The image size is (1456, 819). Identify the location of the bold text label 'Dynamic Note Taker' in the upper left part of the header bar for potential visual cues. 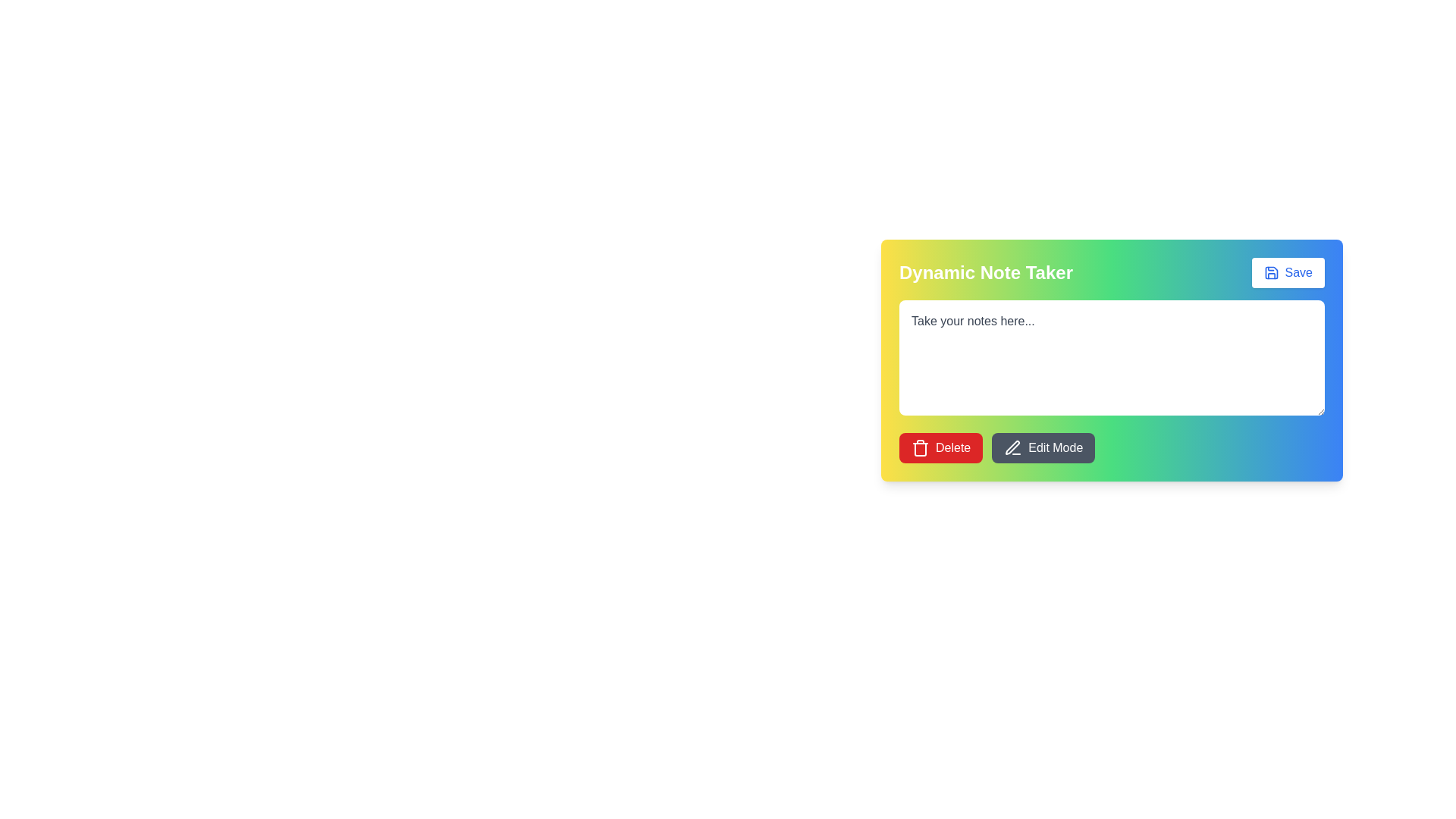
(986, 271).